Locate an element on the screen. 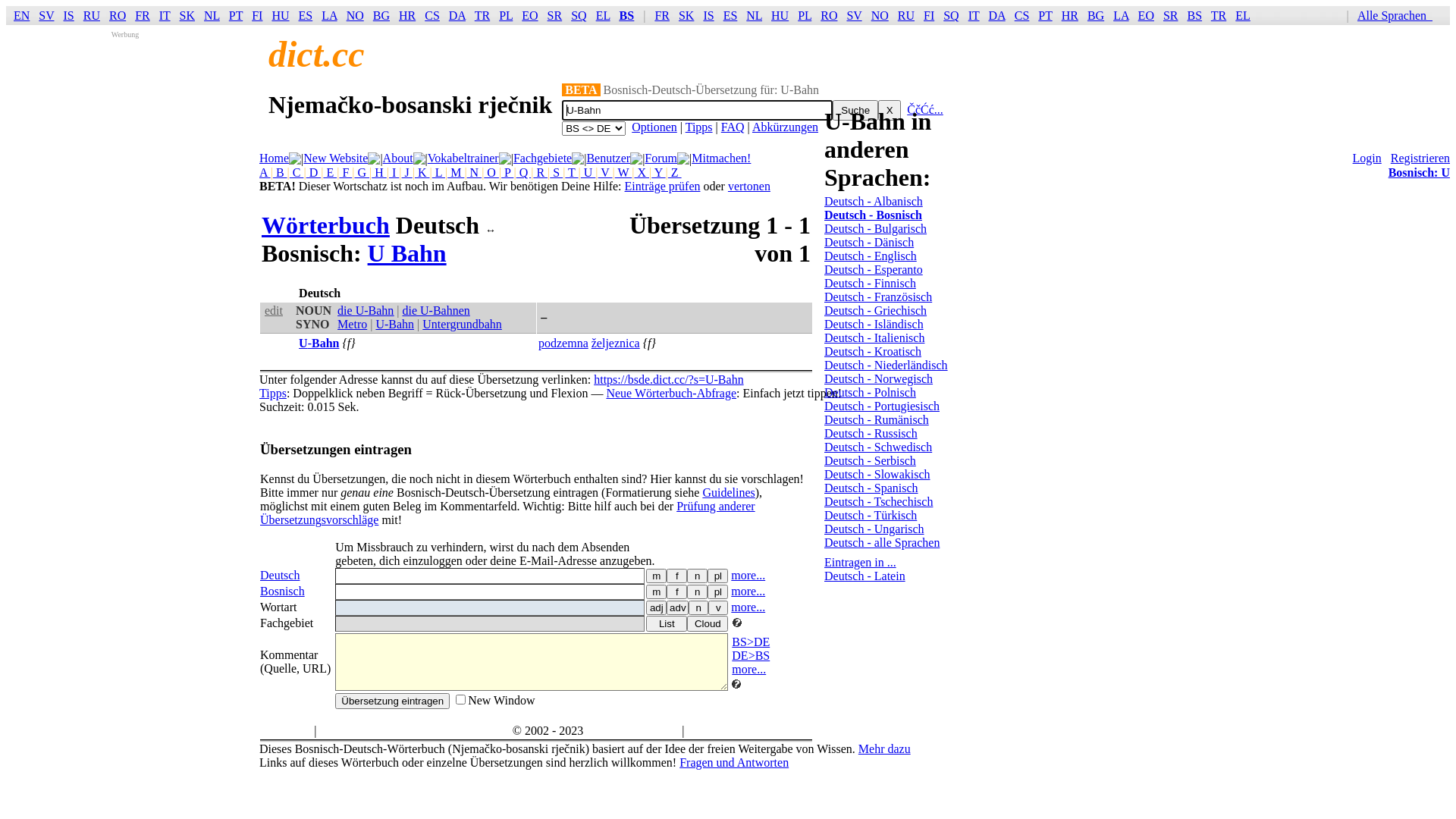  'Mitmachen!' is located at coordinates (720, 158).